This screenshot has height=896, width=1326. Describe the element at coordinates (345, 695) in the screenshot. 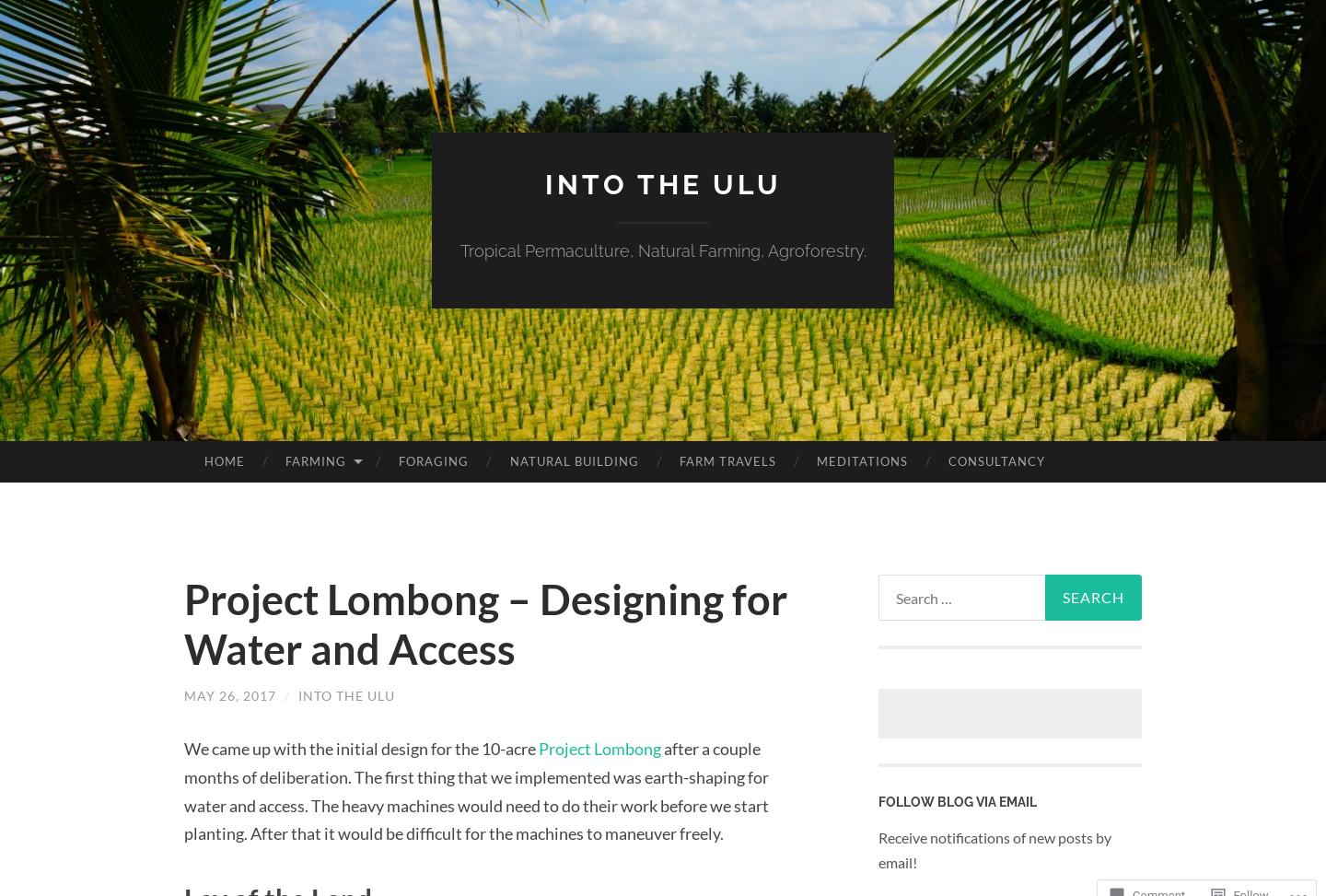

I see `'Into The Ulu'` at that location.